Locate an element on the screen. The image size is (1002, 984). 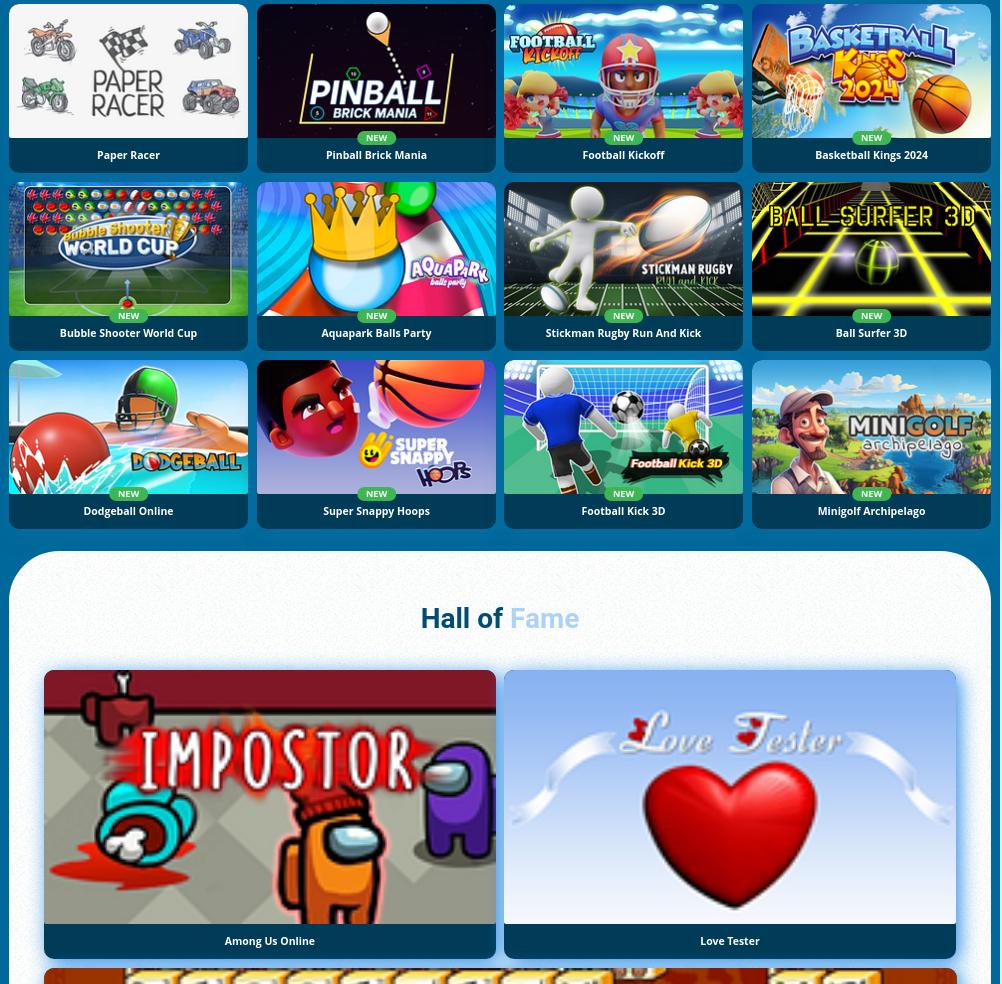
'Aquapark Balls Party' is located at coordinates (375, 331).